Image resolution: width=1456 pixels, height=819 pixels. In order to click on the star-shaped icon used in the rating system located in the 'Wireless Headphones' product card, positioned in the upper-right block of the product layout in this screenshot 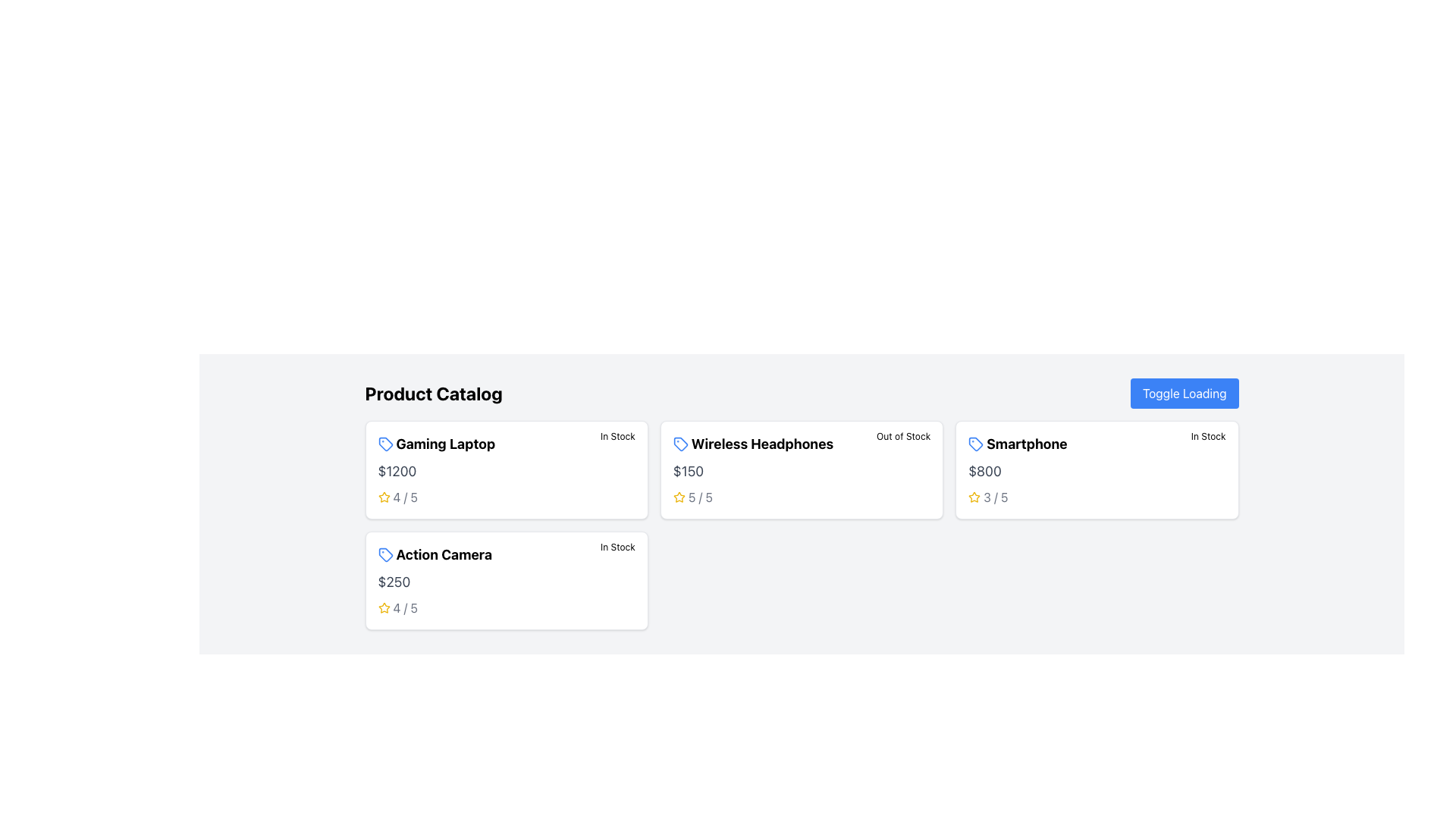, I will do `click(678, 497)`.